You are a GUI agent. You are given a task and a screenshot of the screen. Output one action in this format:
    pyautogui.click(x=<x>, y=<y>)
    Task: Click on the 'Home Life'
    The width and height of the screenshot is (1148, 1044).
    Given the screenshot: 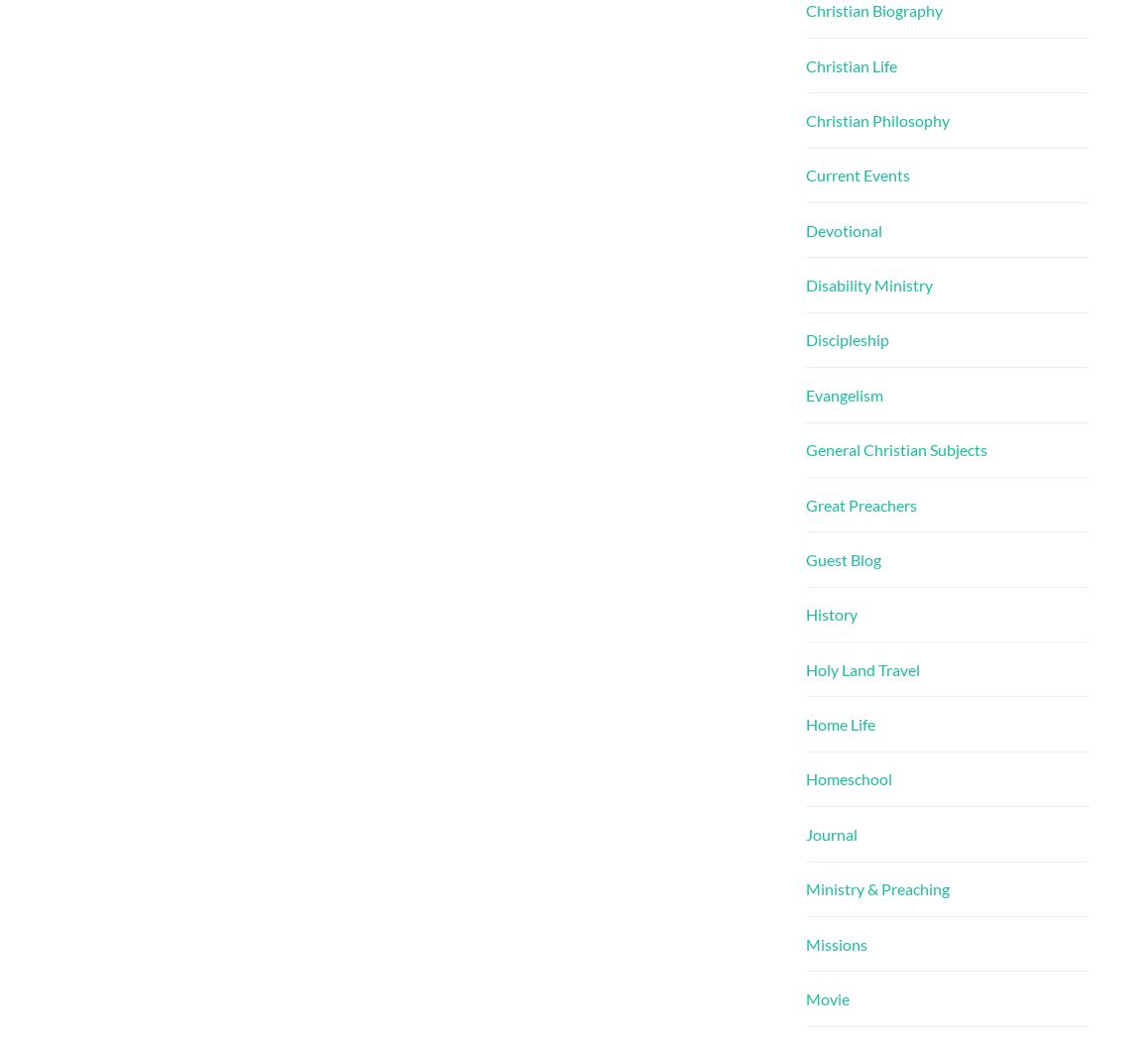 What is the action you would take?
    pyautogui.click(x=840, y=723)
    